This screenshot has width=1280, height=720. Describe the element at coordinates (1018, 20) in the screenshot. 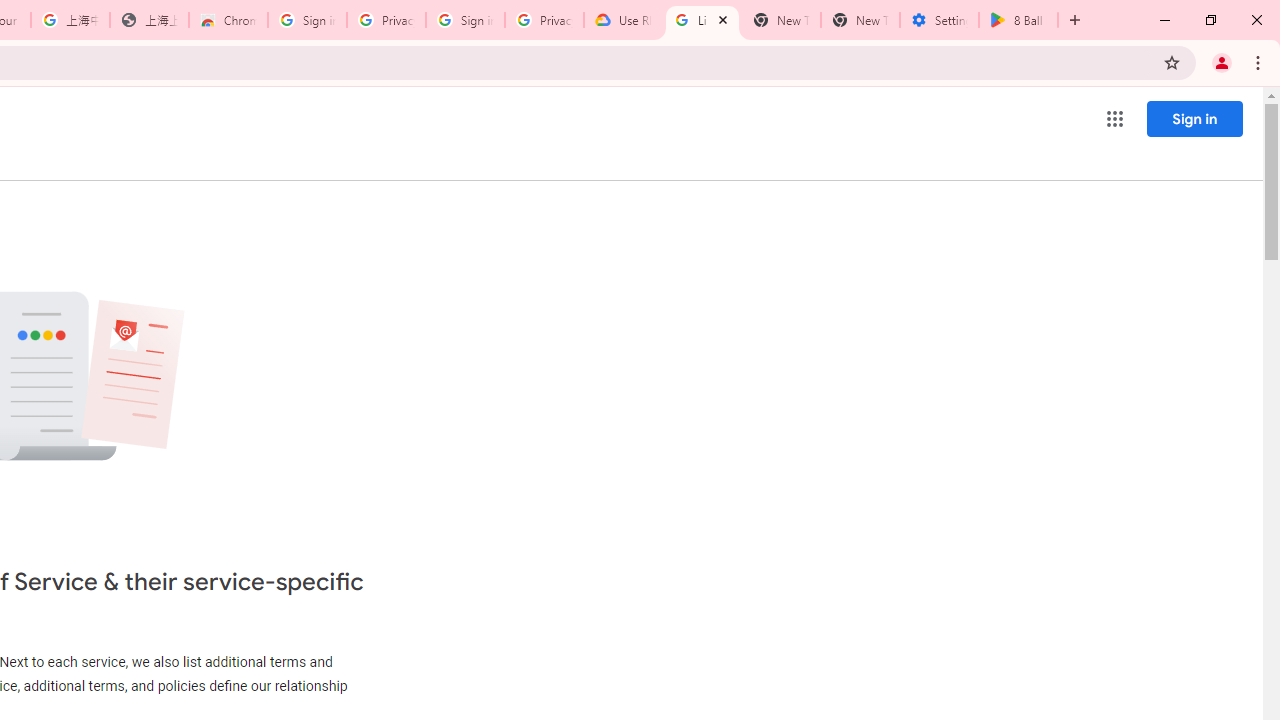

I see `'8 Ball Pool - Apps on Google Play'` at that location.